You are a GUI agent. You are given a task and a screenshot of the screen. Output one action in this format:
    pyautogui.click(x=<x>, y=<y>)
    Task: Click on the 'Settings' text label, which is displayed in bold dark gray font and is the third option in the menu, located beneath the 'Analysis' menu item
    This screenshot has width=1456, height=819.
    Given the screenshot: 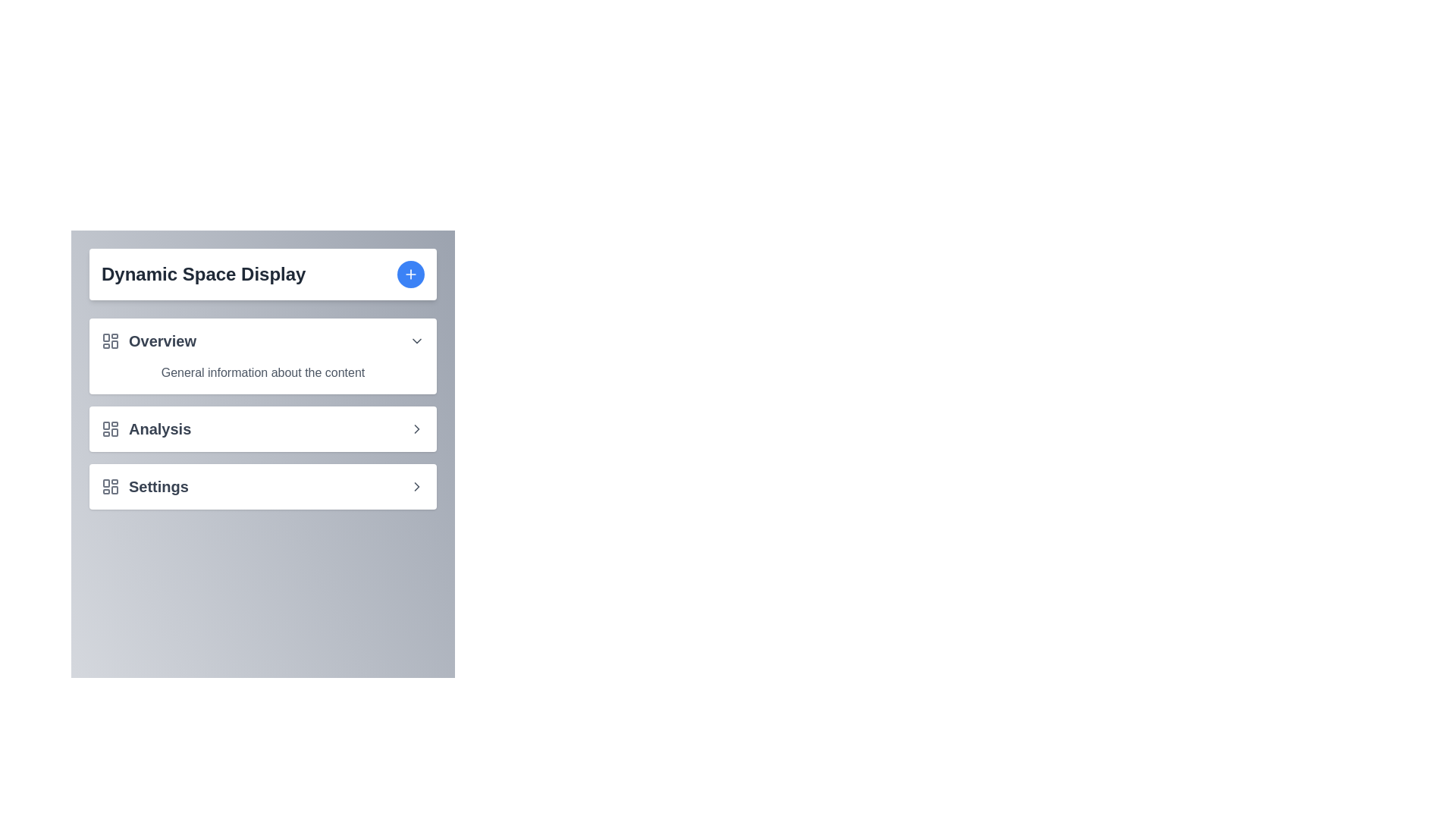 What is the action you would take?
    pyautogui.click(x=158, y=486)
    